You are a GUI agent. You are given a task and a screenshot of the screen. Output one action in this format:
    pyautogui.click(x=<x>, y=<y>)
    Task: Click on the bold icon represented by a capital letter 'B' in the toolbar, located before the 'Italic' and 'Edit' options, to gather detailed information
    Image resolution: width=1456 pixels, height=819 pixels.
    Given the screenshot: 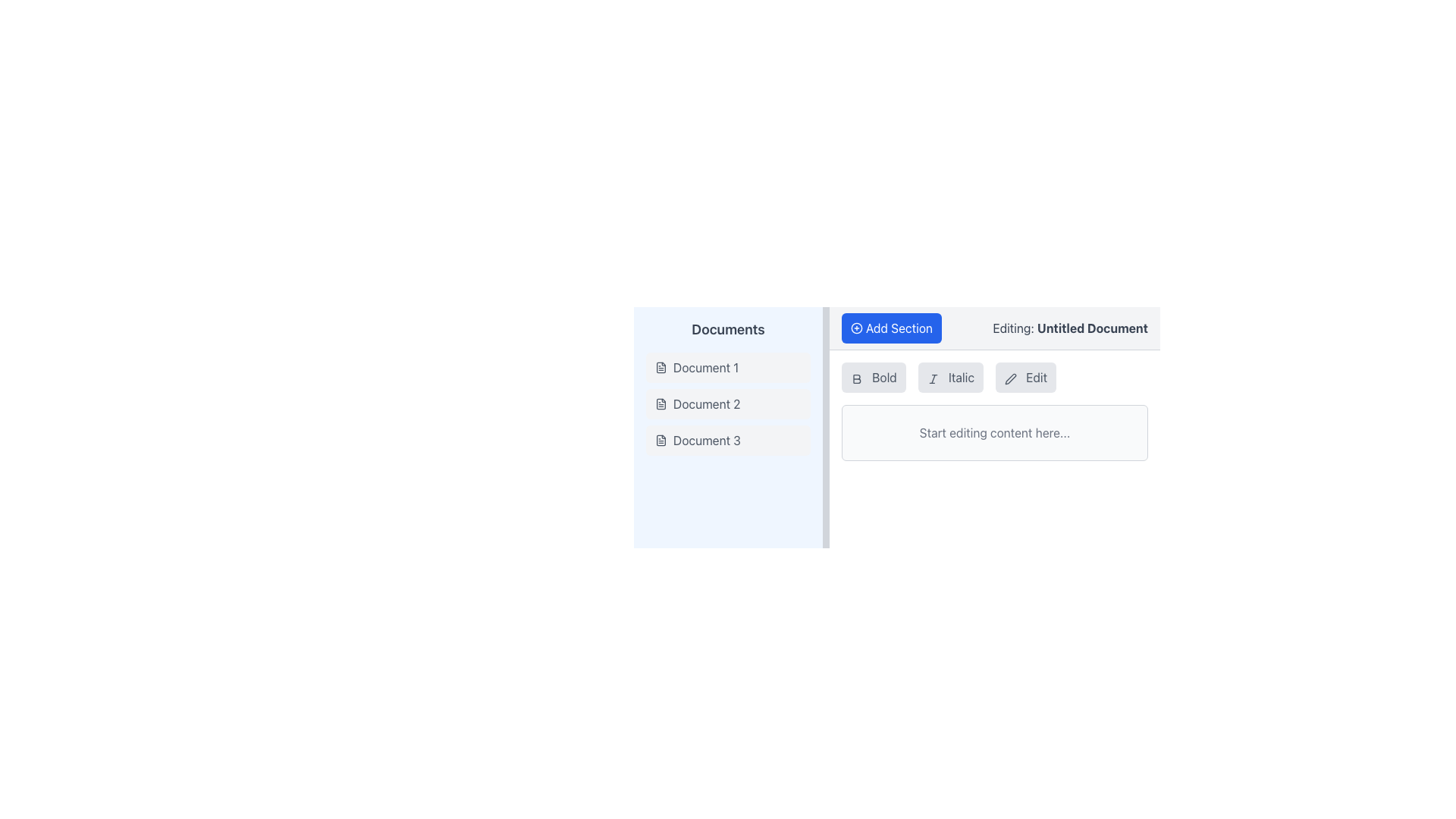 What is the action you would take?
    pyautogui.click(x=856, y=377)
    